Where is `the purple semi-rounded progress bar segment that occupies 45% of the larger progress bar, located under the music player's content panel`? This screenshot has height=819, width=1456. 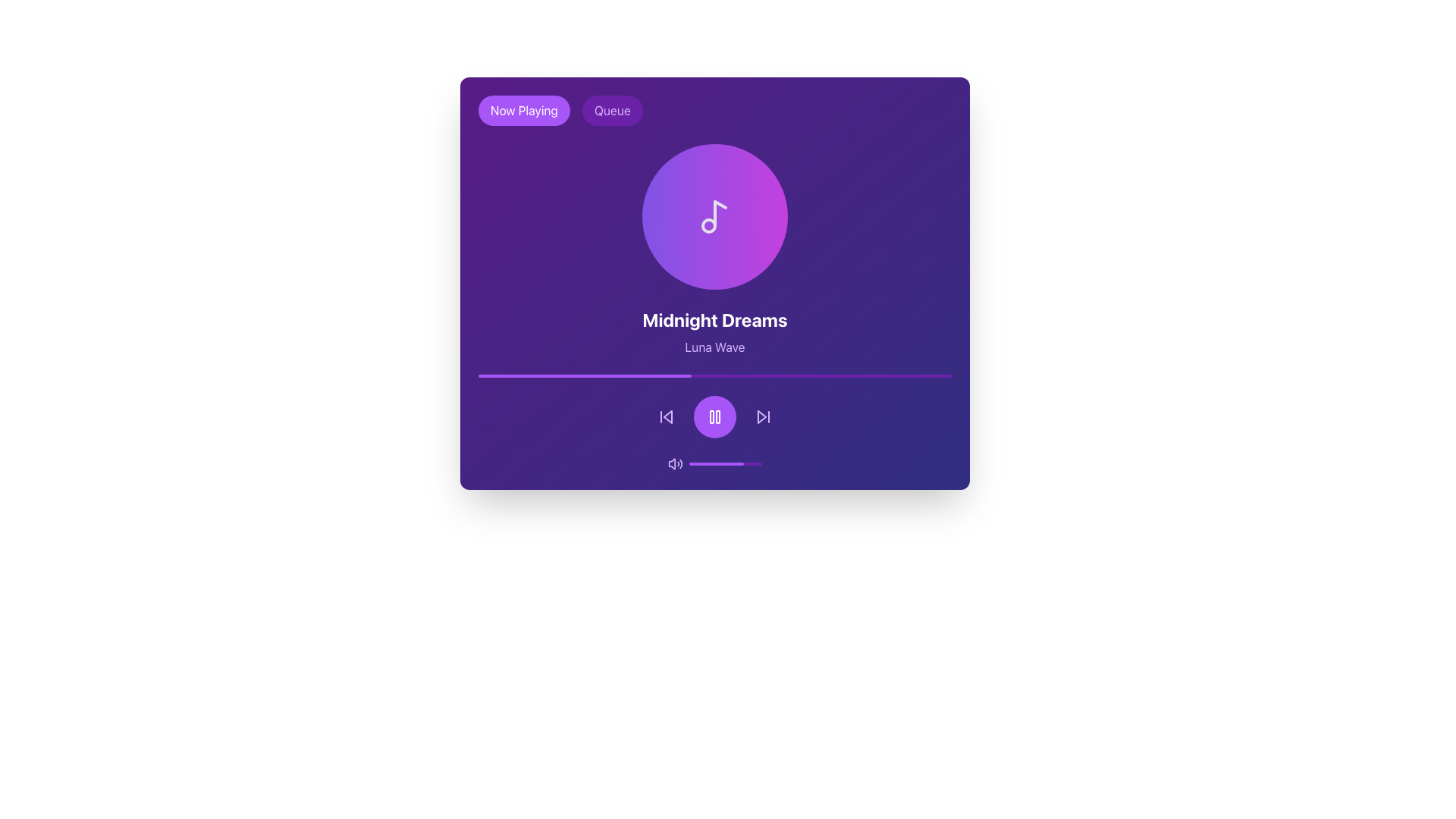 the purple semi-rounded progress bar segment that occupies 45% of the larger progress bar, located under the music player's content panel is located at coordinates (584, 375).